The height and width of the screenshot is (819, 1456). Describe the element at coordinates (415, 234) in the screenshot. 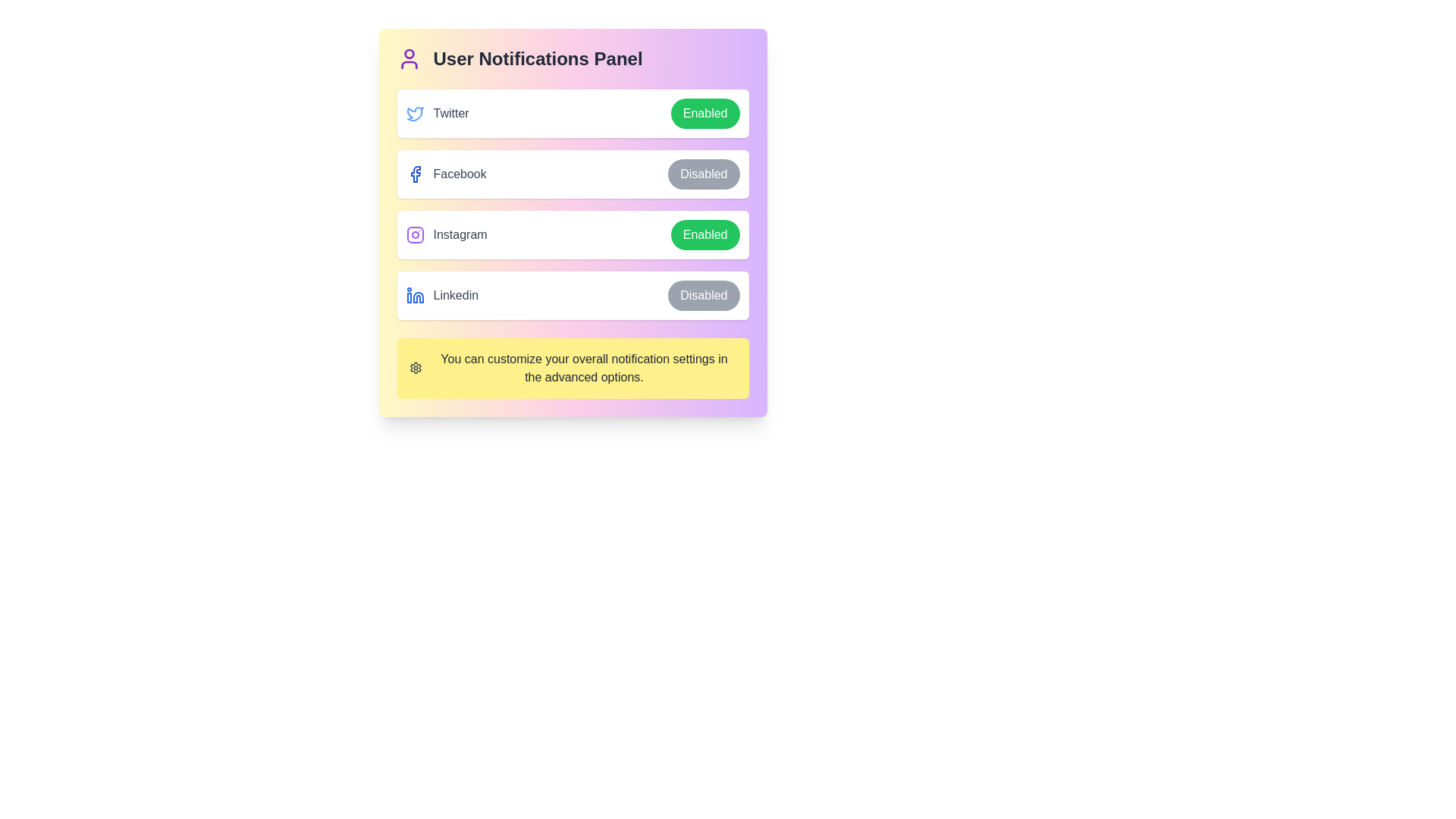

I see `the Instagram logo icon in the User Notifications Panel, which is styled in purple with a rounded square and circular cutout, located between the Facebook and LinkedIn rows` at that location.